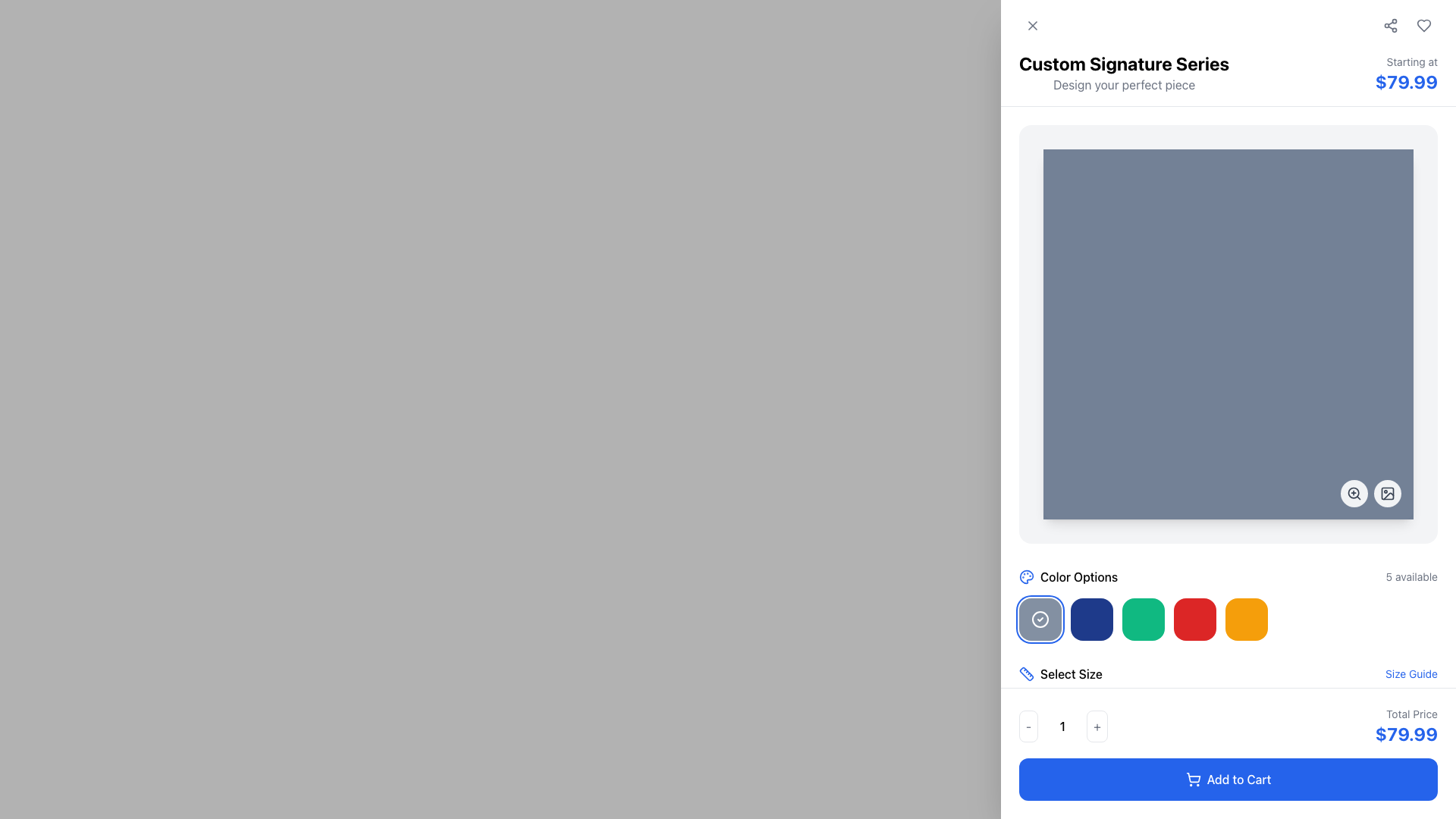 The image size is (1456, 819). What do you see at coordinates (1423, 26) in the screenshot?
I see `the heart-shaped icon in the top-right corner of the user interface` at bounding box center [1423, 26].